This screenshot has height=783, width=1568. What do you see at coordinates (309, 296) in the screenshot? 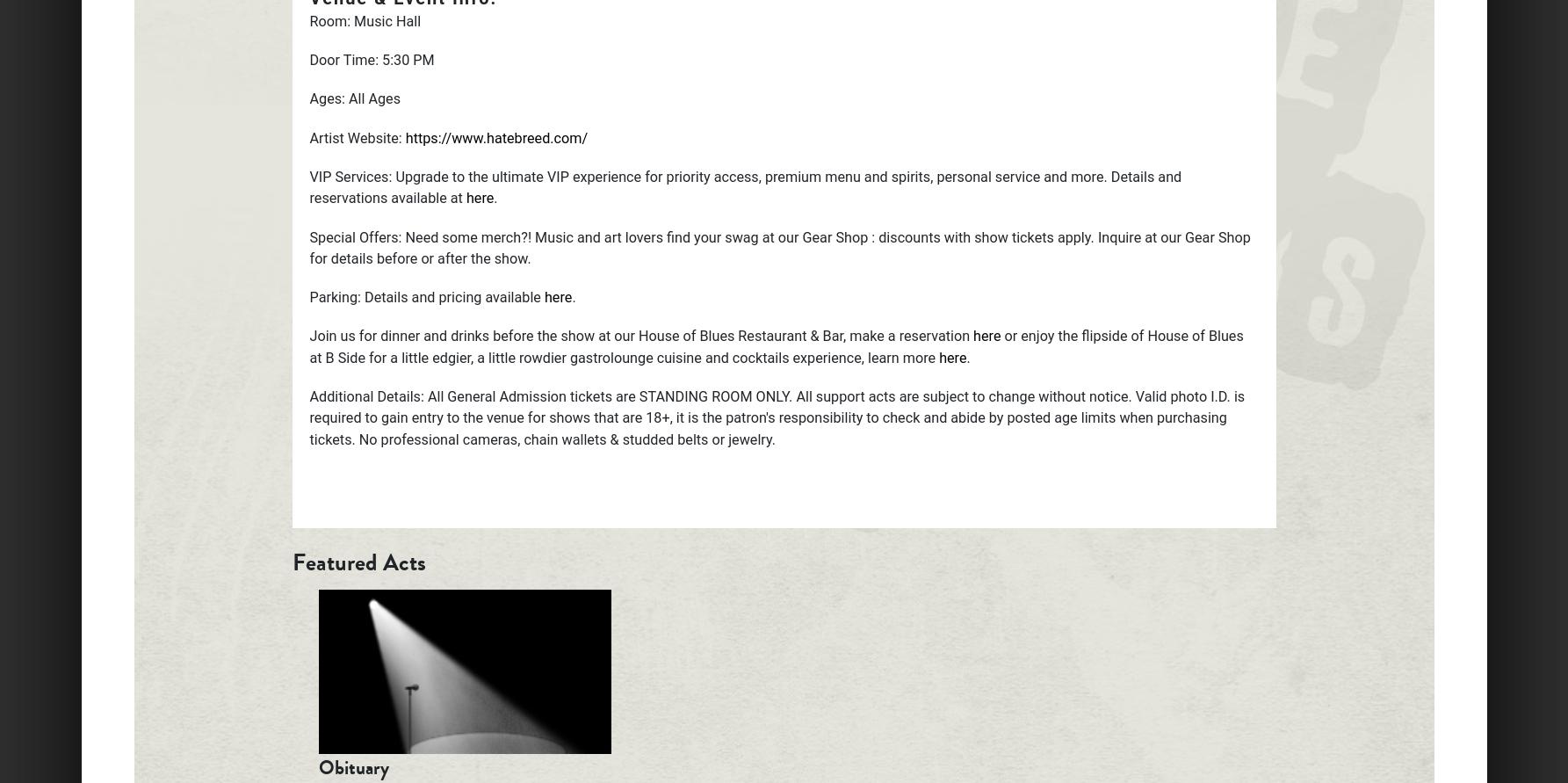
I see `'Parking: Details and pricing available'` at bounding box center [309, 296].